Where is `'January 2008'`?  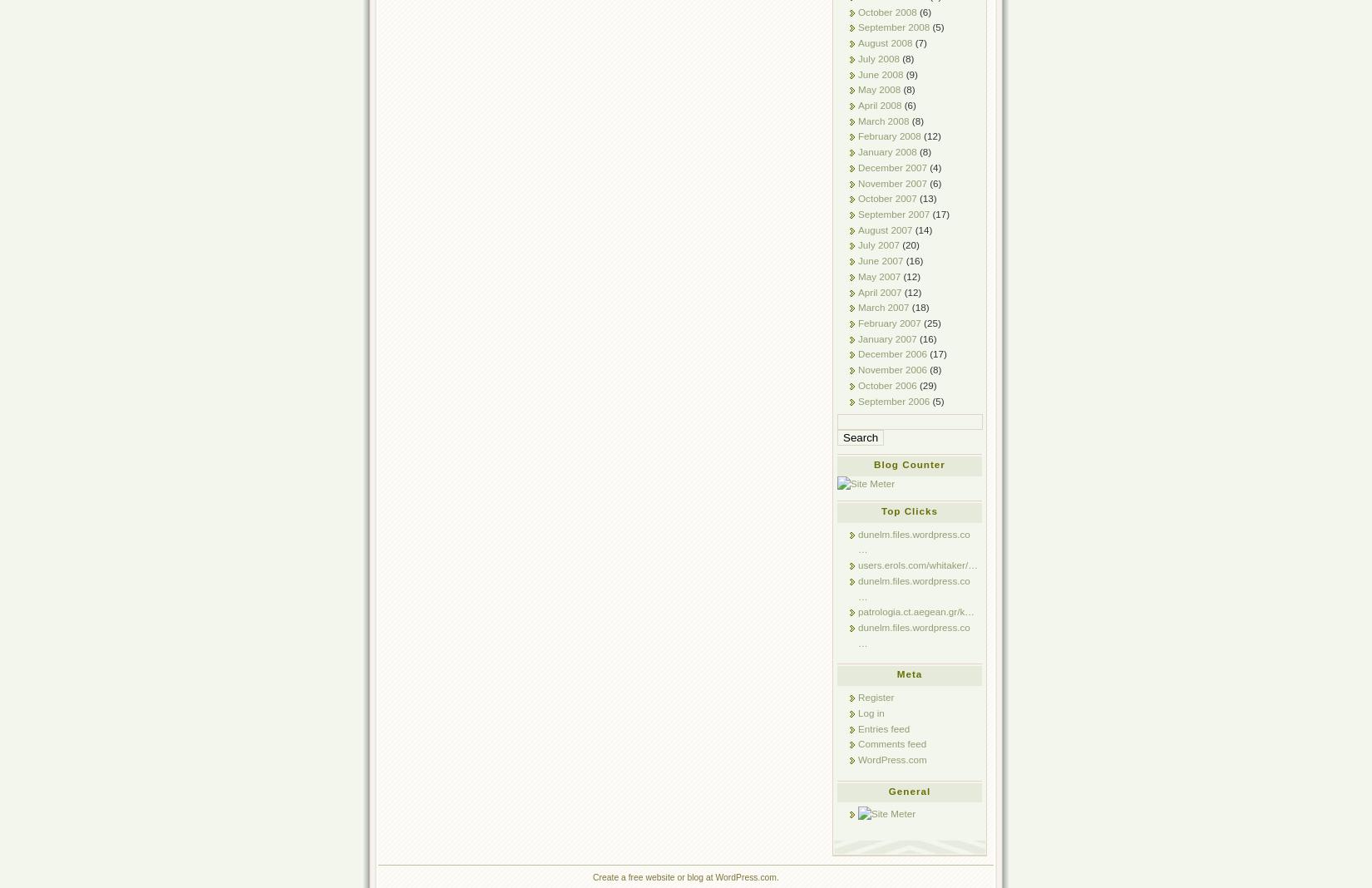 'January 2008' is located at coordinates (887, 151).